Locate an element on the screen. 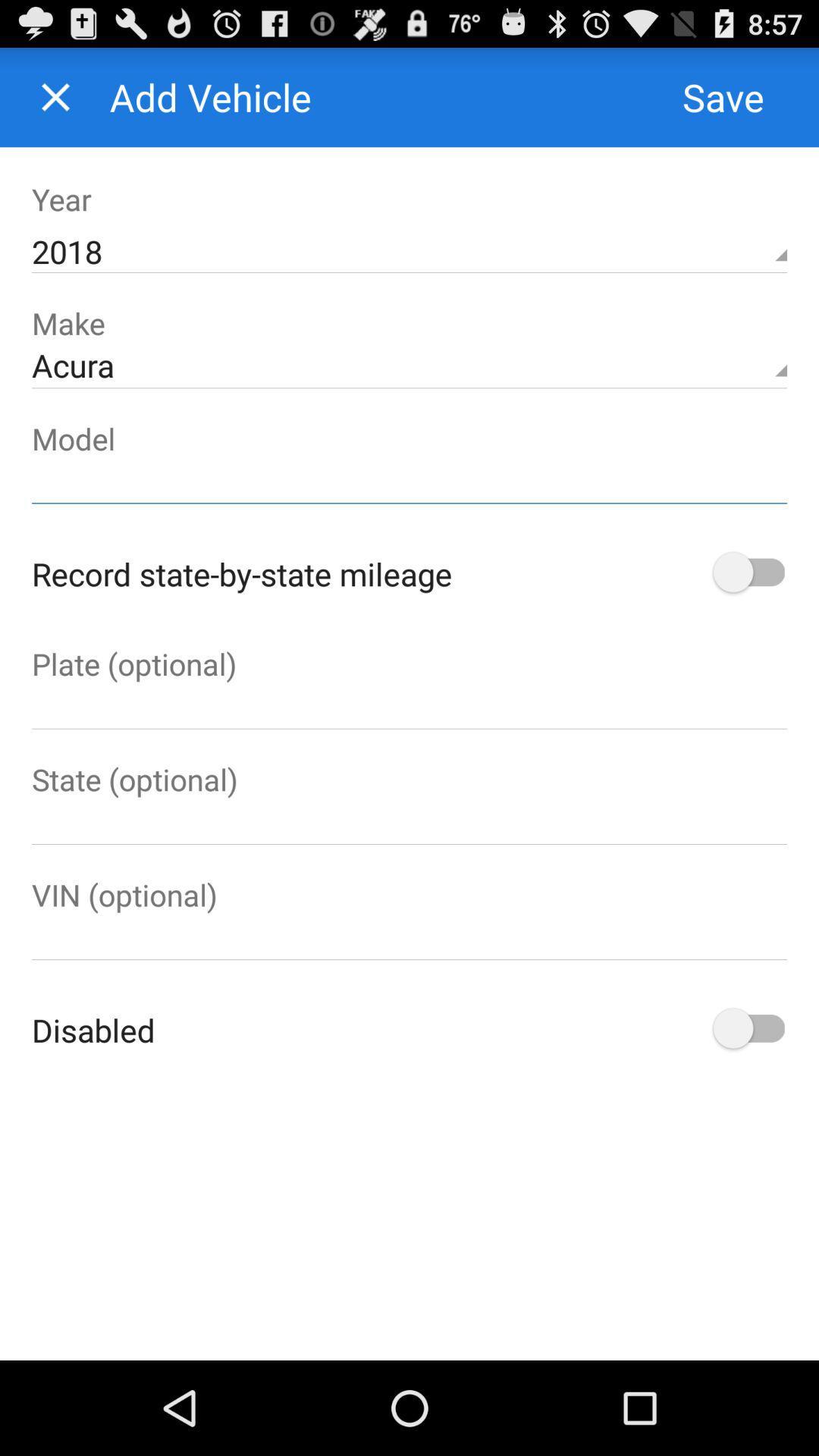  vpn address is located at coordinates (409, 937).